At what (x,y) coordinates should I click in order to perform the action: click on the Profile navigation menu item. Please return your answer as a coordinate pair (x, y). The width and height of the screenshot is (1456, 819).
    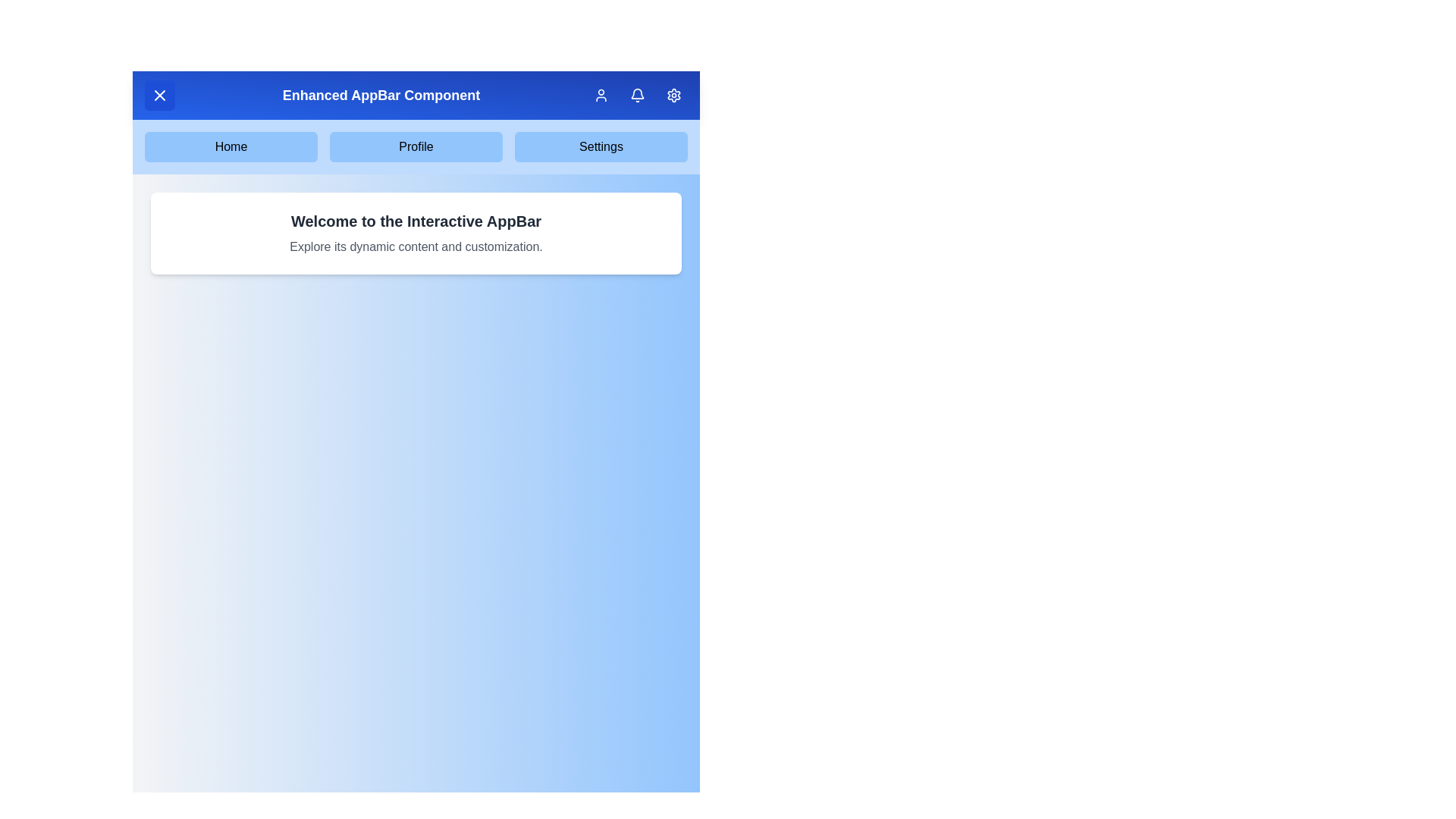
    Looking at the image, I should click on (416, 146).